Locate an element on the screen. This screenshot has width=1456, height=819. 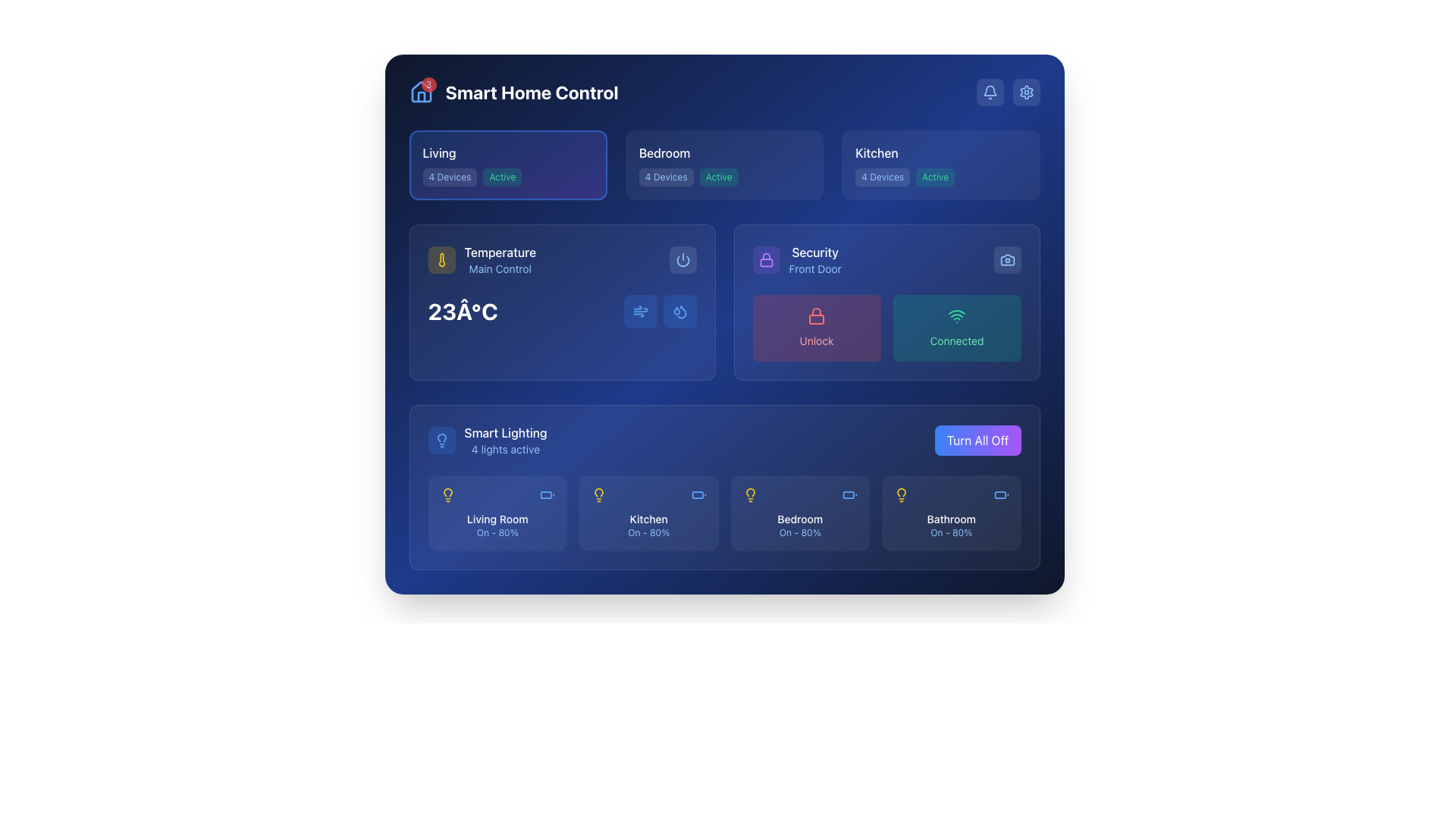
the interactive status block labeled 'Bedroom', which has a dark blue background and includes a yellow lightbulb icon on the left and a blue battery icon on the right is located at coordinates (799, 513).